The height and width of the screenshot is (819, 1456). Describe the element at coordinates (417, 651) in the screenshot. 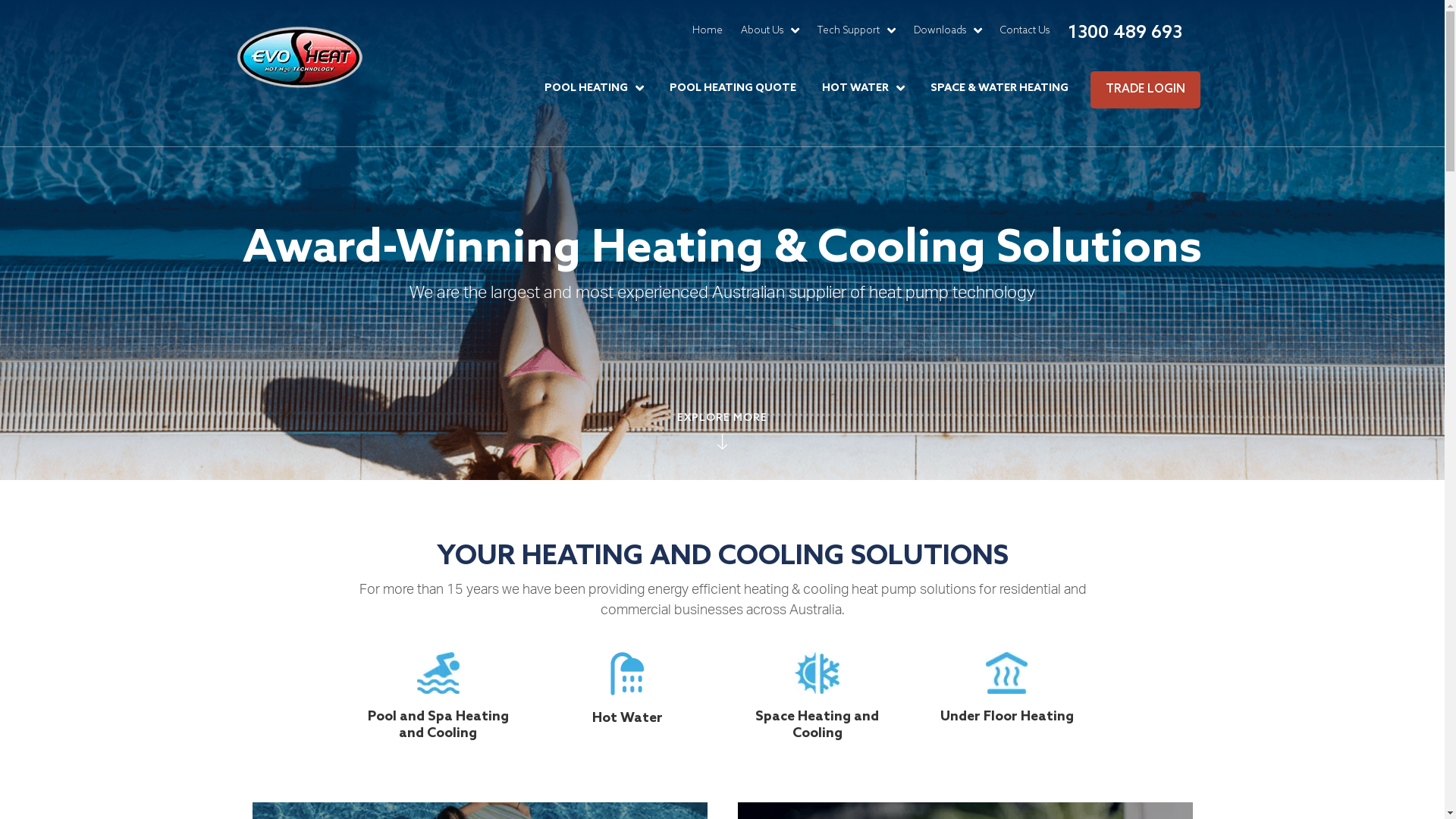

I see `'icon-pool'` at that location.